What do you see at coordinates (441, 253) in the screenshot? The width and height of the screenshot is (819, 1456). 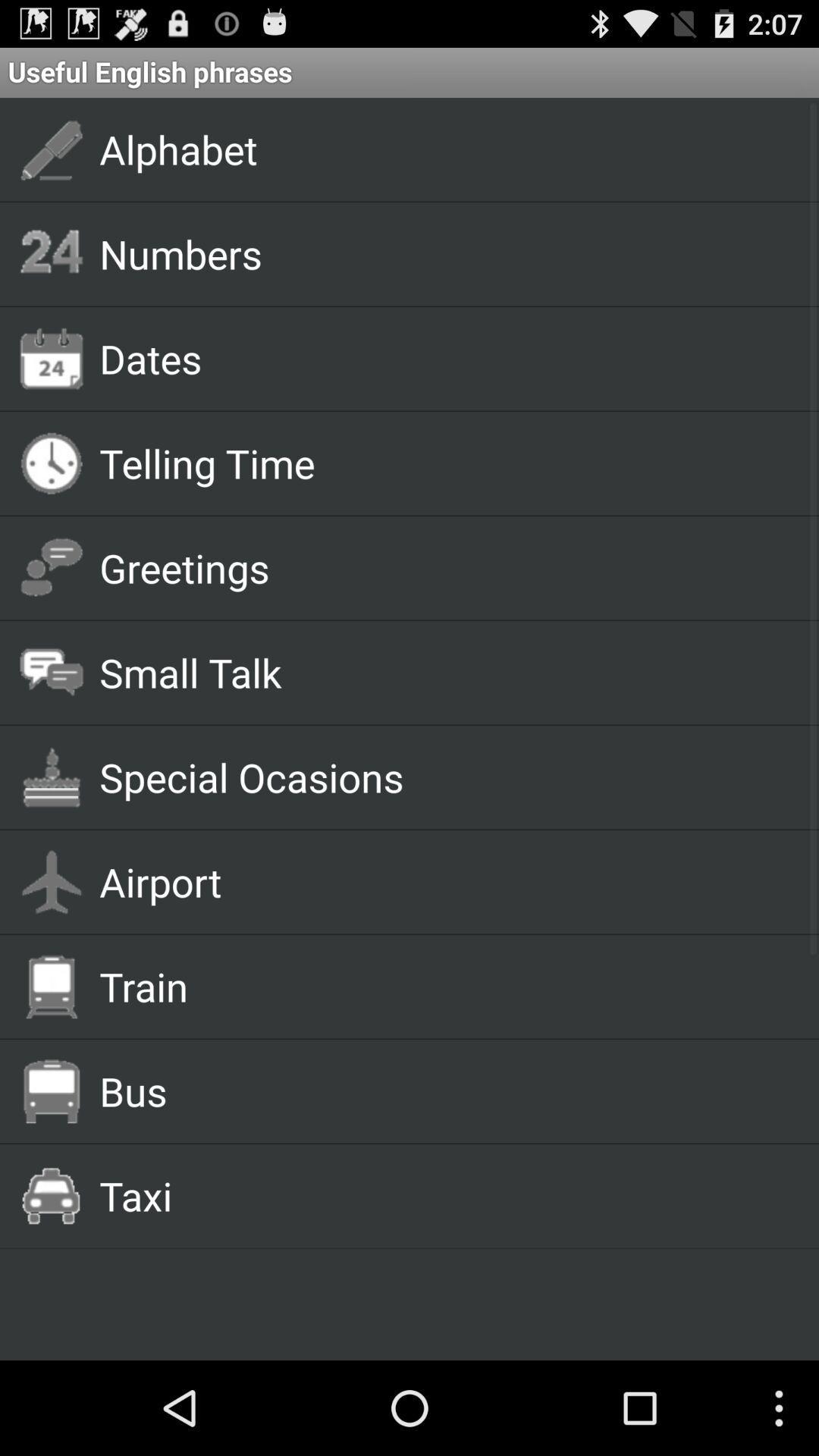 I see `numbers app` at bounding box center [441, 253].